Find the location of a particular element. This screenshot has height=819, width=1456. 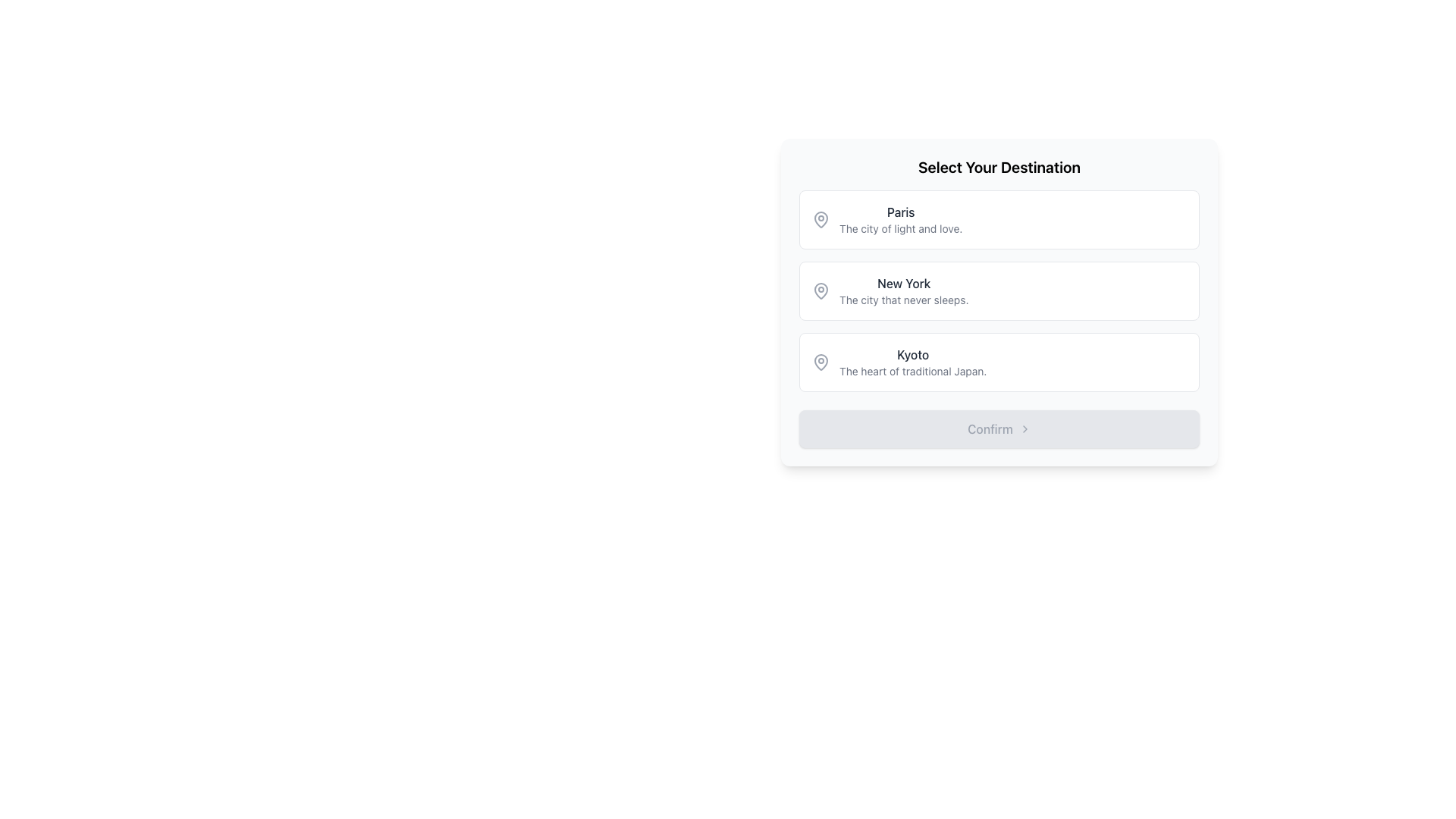

the selectable list item titled 'New York' which is the second entry in the list of destinations for keyboard navigation is located at coordinates (999, 302).